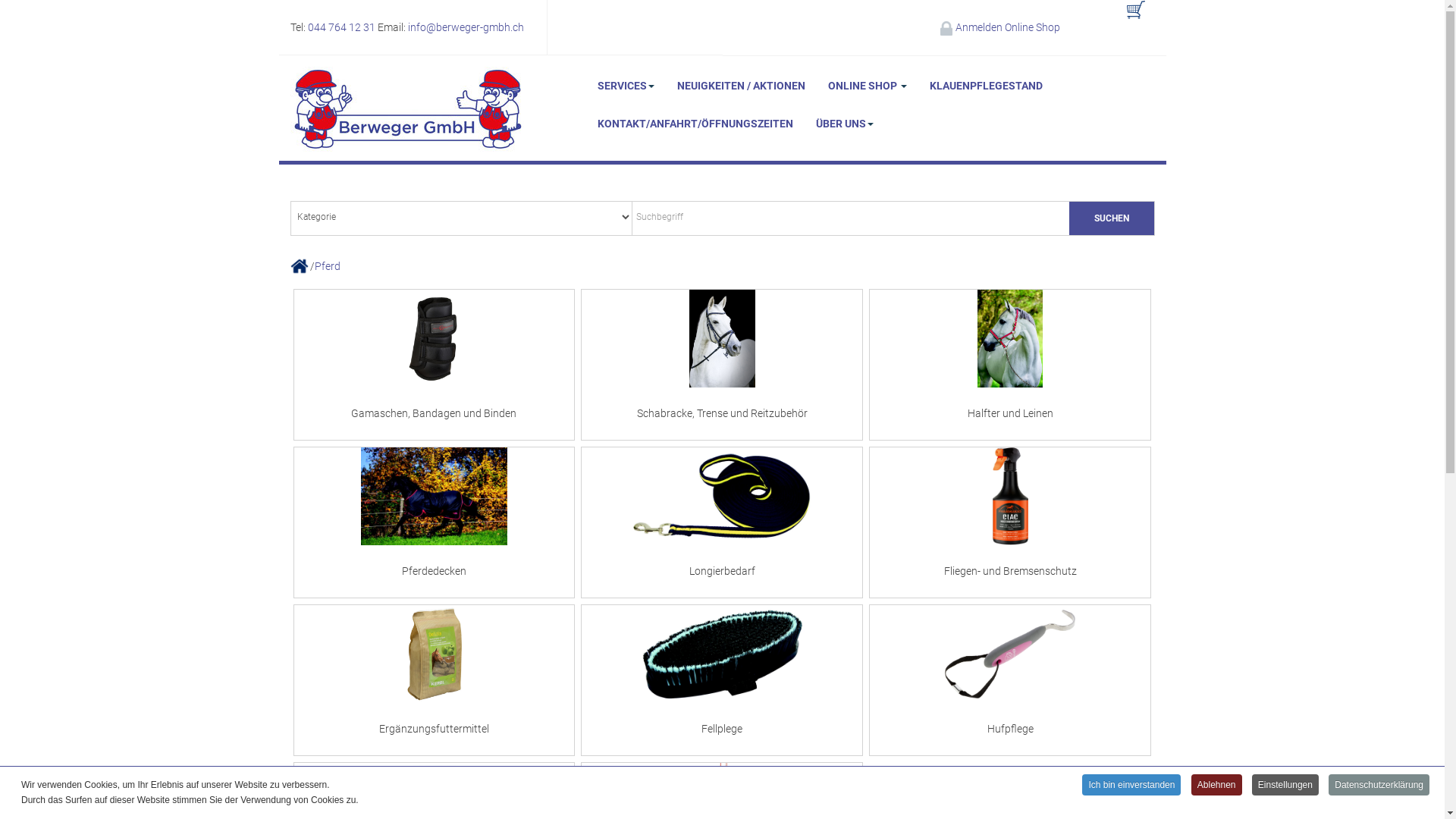  I want to click on 'Gamaschen, Bandagen und Binden', so click(432, 365).